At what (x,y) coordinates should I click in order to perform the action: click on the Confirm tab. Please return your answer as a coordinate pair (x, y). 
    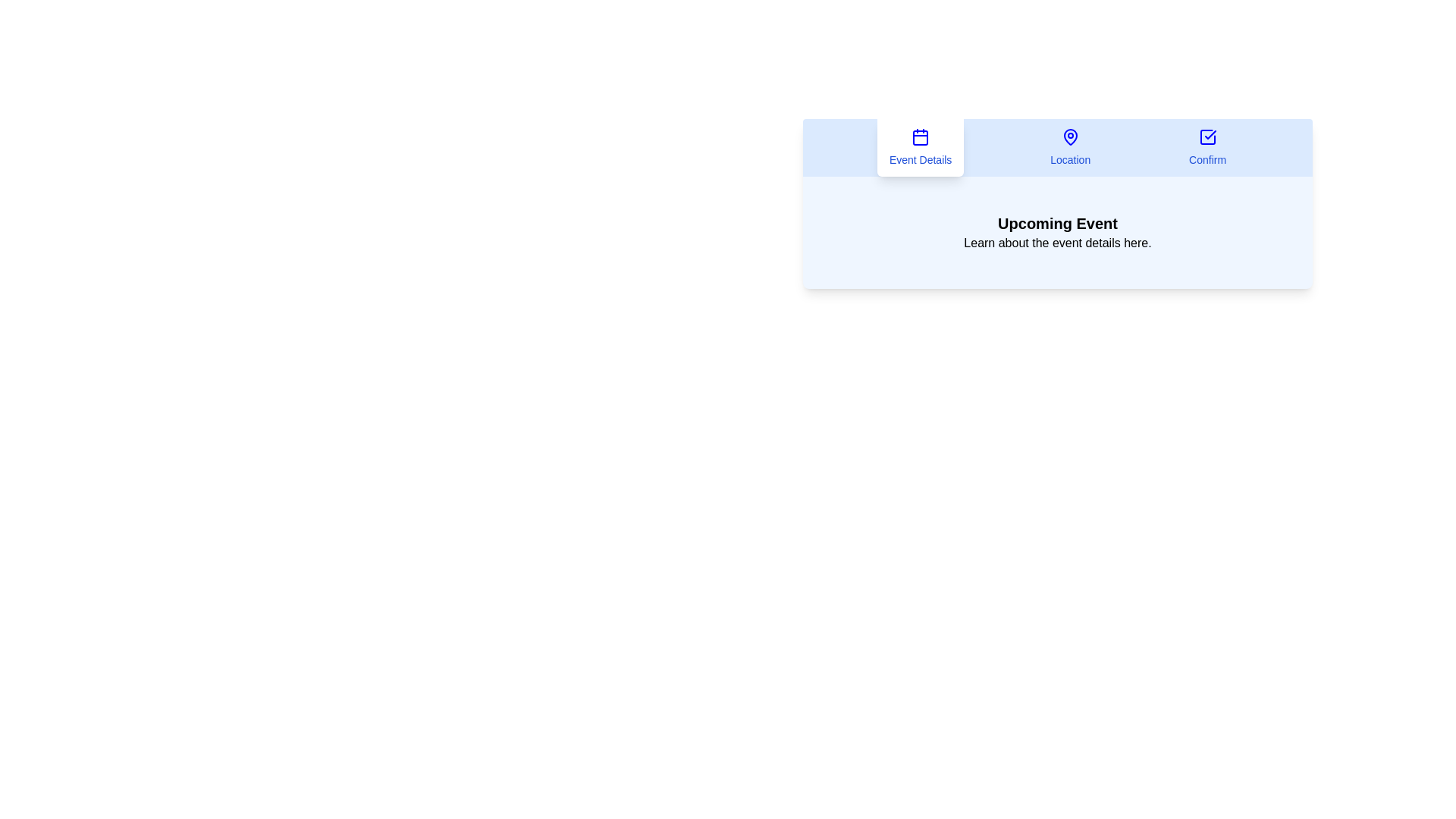
    Looking at the image, I should click on (1207, 148).